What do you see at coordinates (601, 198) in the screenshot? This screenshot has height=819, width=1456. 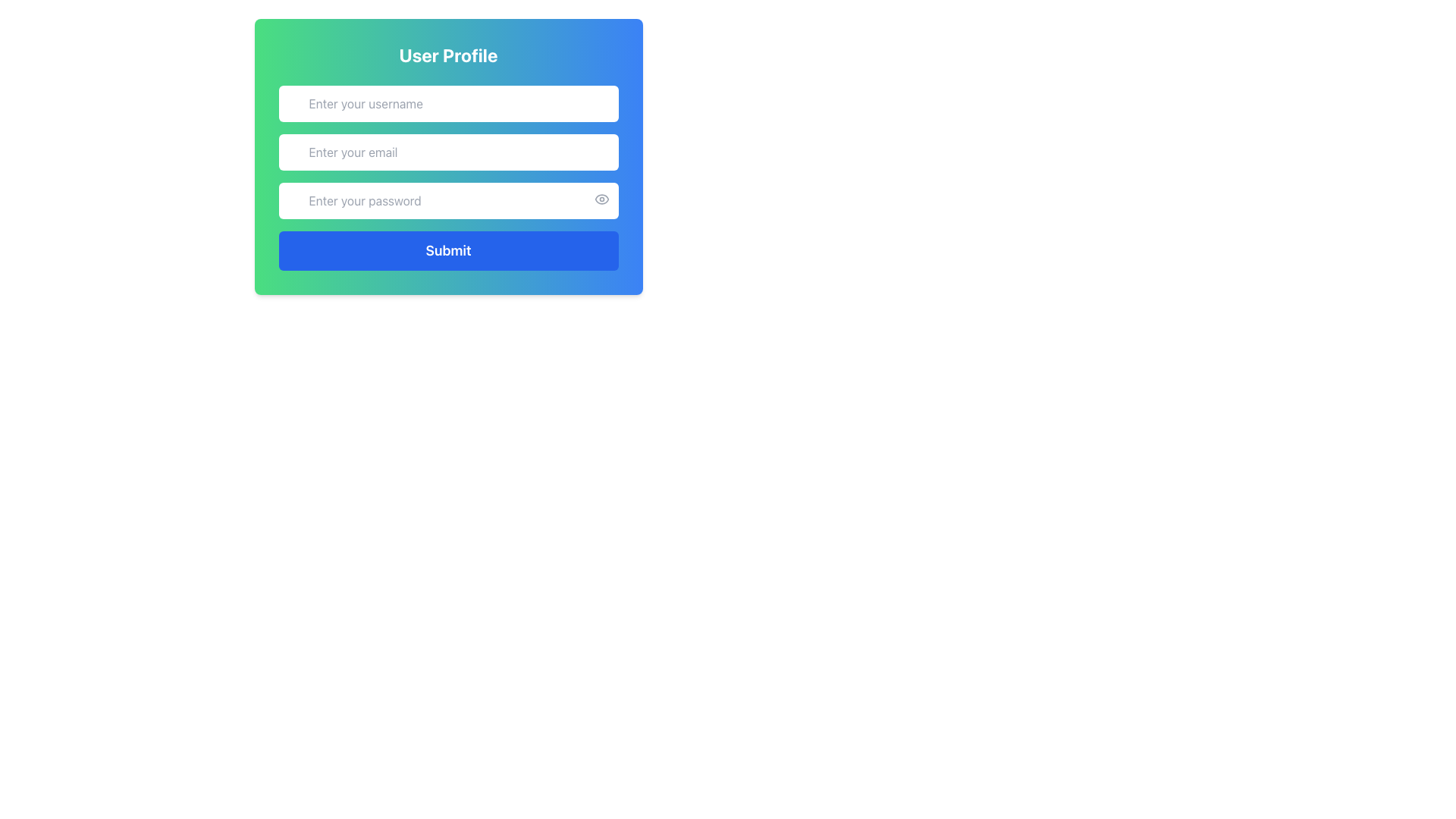 I see `the eye-shaped icon button located at the top-right corner of the password input field for visual change` at bounding box center [601, 198].